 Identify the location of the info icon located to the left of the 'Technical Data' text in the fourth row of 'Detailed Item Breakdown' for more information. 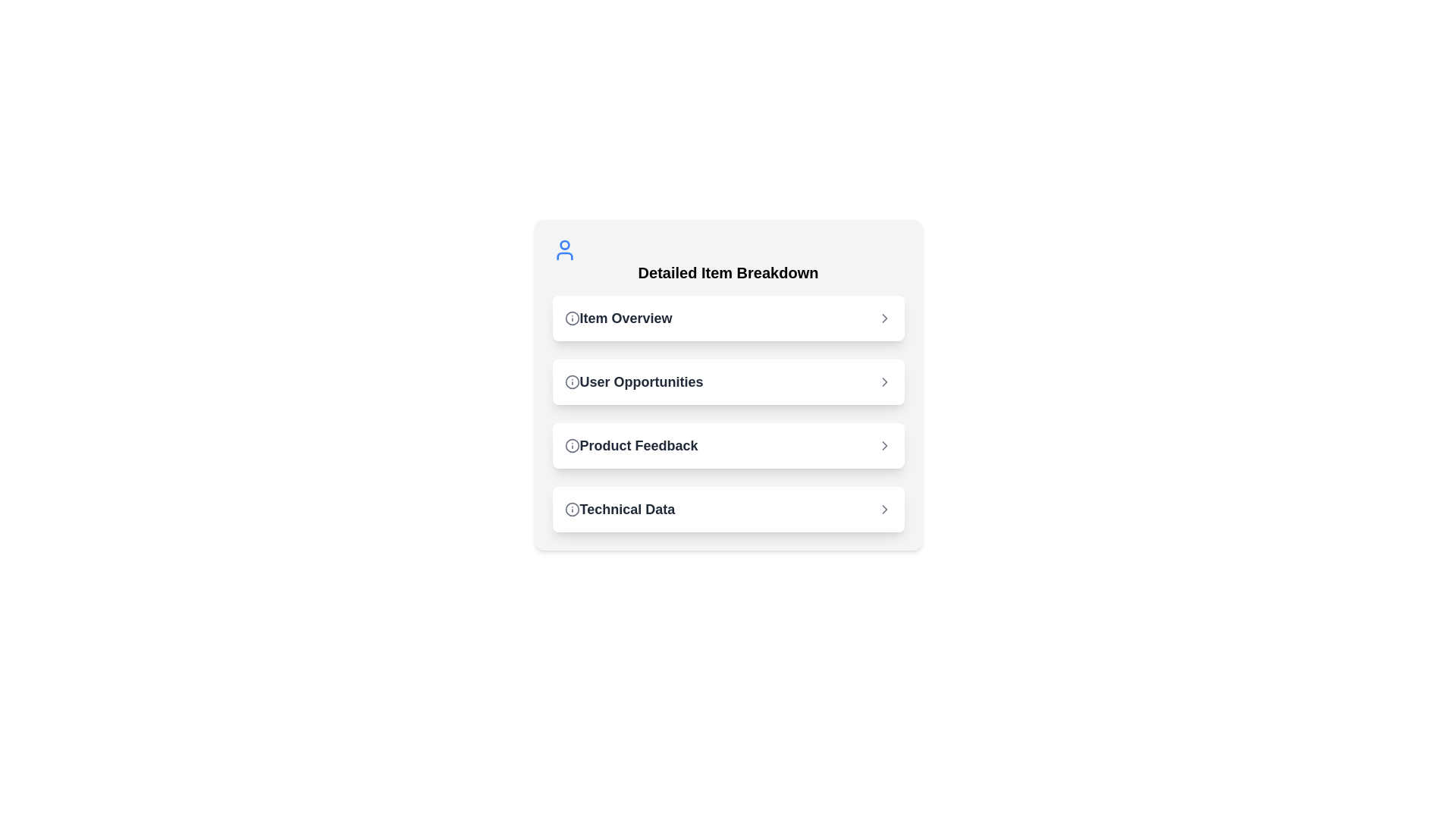
(571, 509).